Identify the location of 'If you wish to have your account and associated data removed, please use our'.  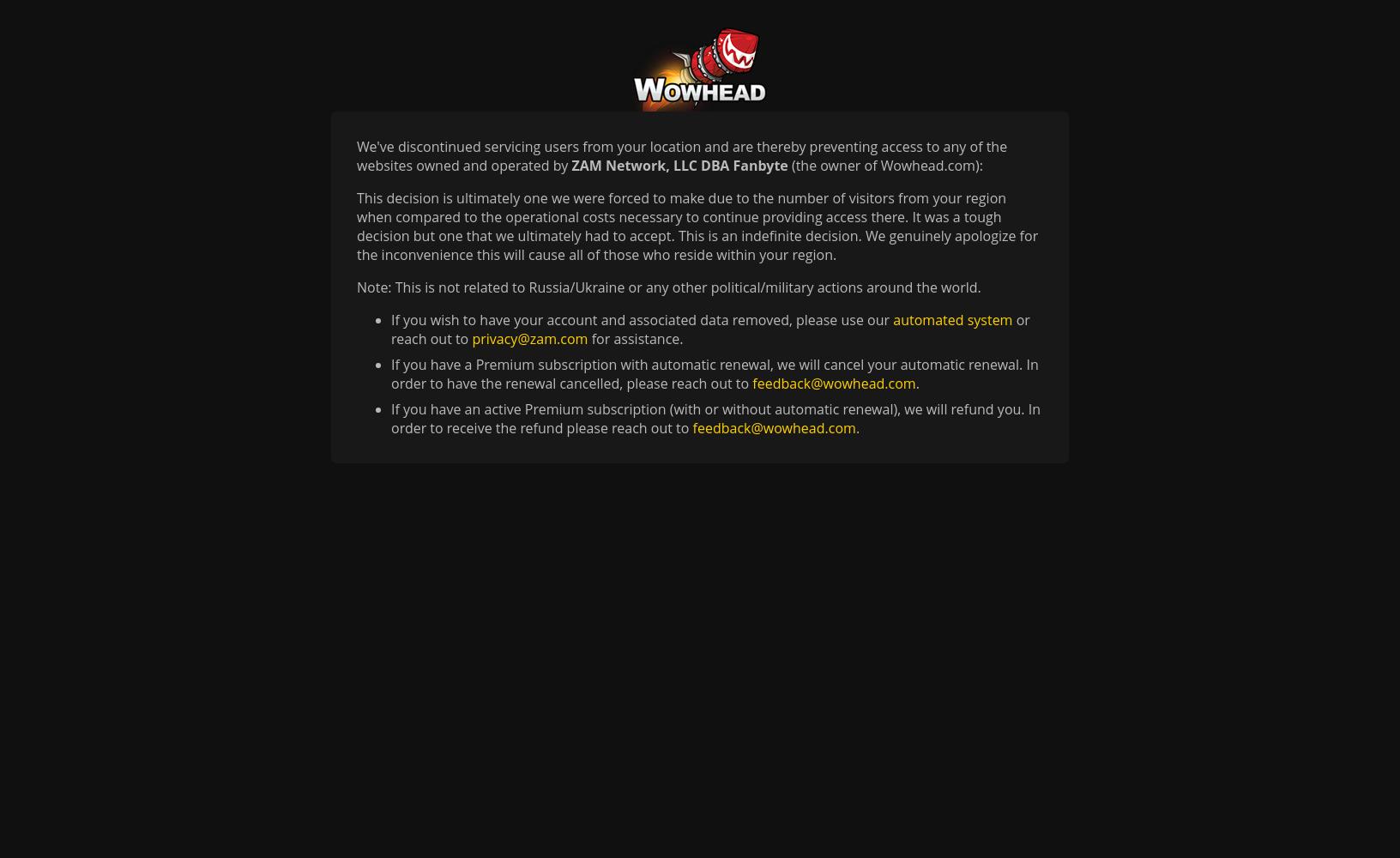
(642, 319).